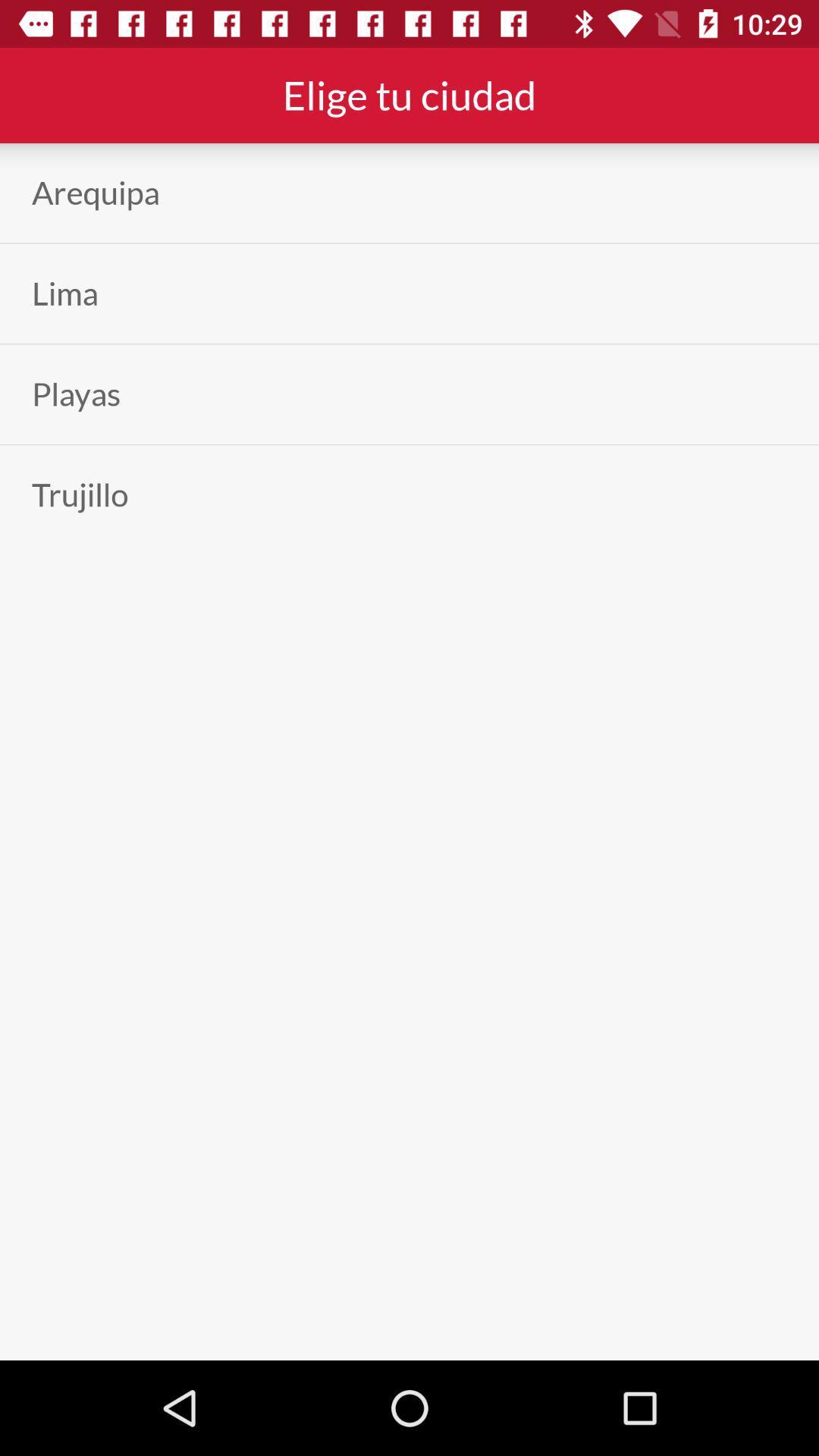 This screenshot has width=819, height=1456. What do you see at coordinates (64, 293) in the screenshot?
I see `the lima app` at bounding box center [64, 293].